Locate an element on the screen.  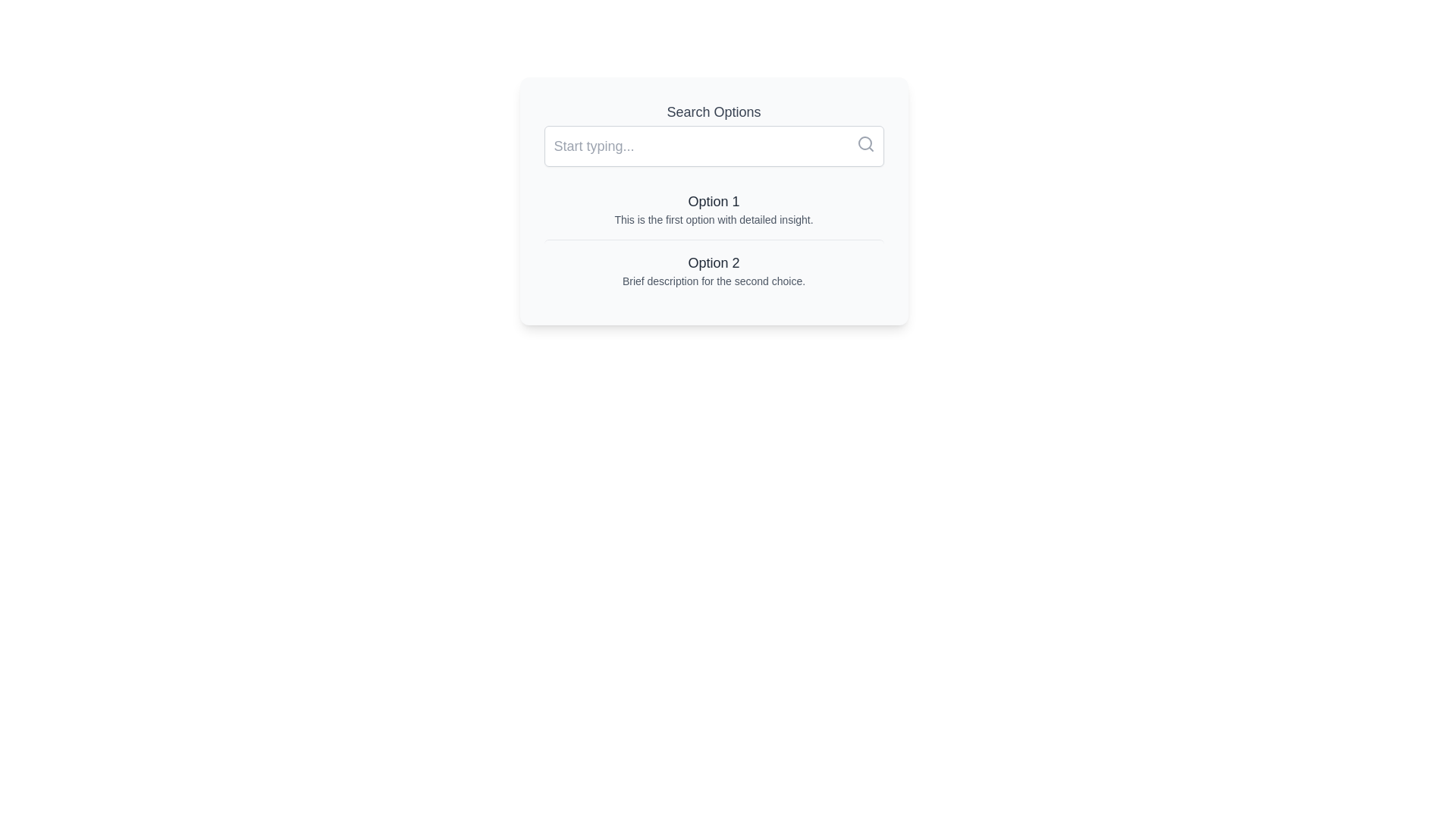
the text label that reads 'Brief description for the second choice.' located under 'Option 2' in the second option card is located at coordinates (713, 281).